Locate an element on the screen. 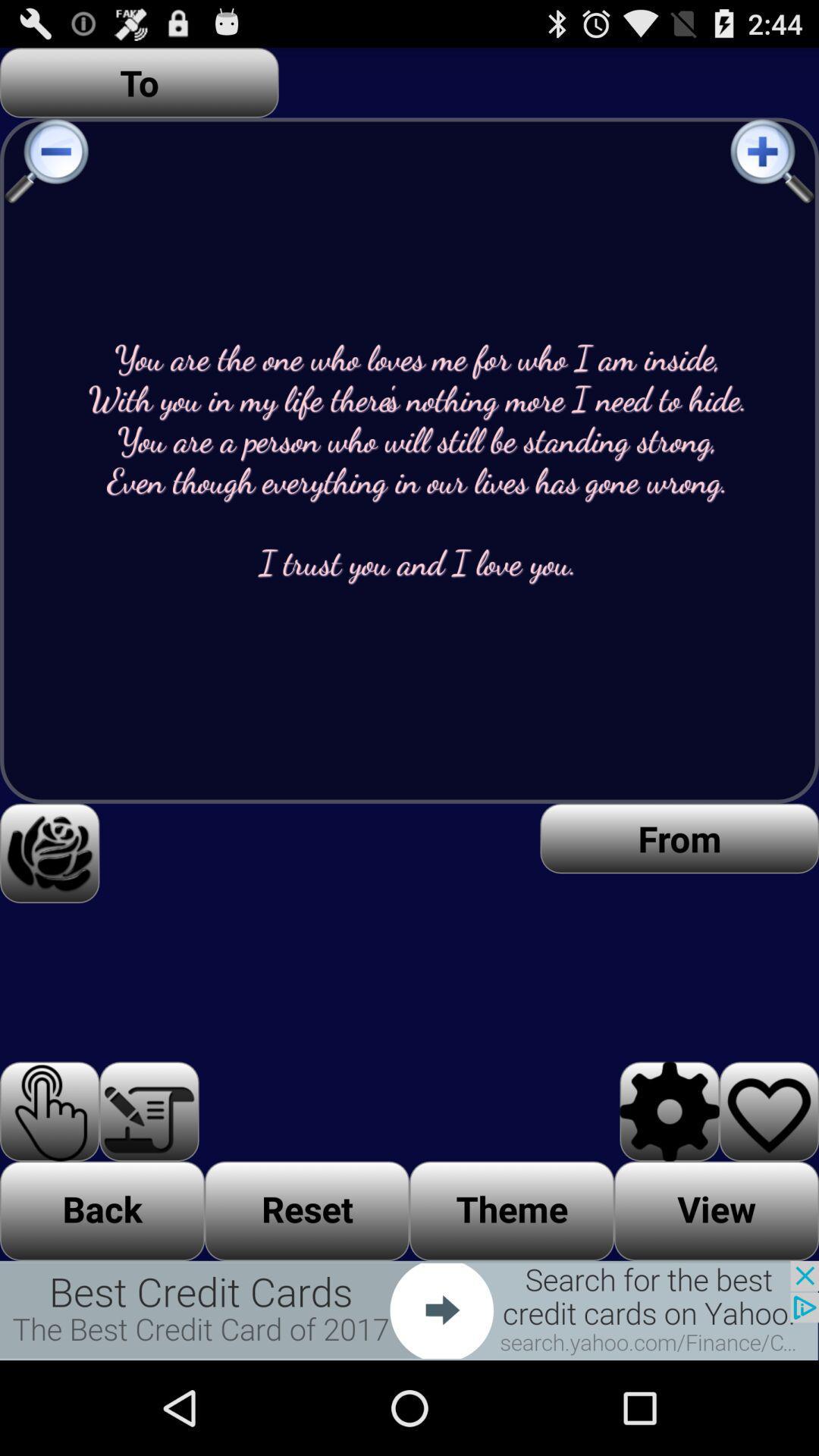 The width and height of the screenshot is (819, 1456). the settings icon is located at coordinates (669, 1188).